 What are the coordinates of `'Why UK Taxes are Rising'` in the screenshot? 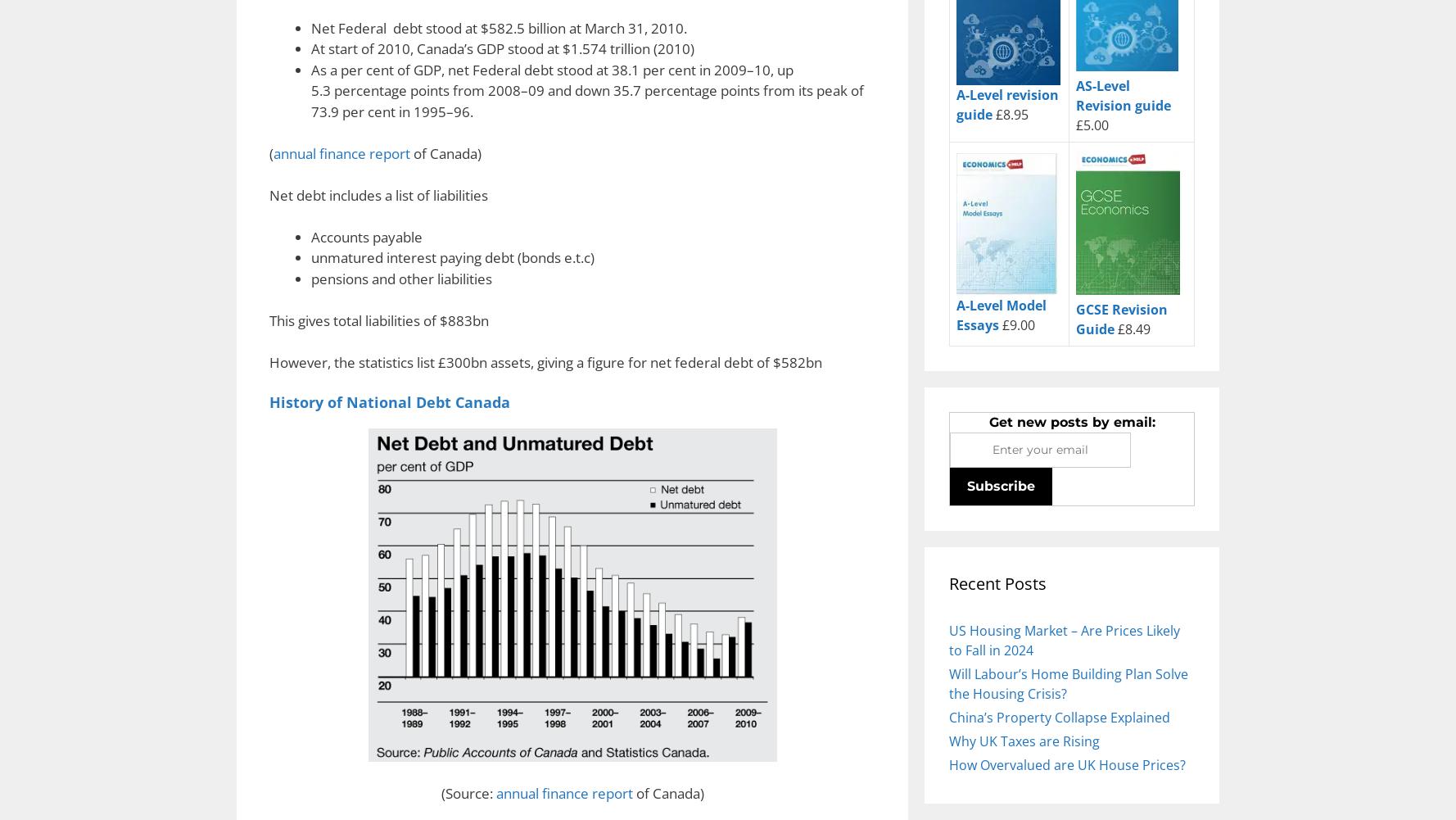 It's located at (1024, 741).